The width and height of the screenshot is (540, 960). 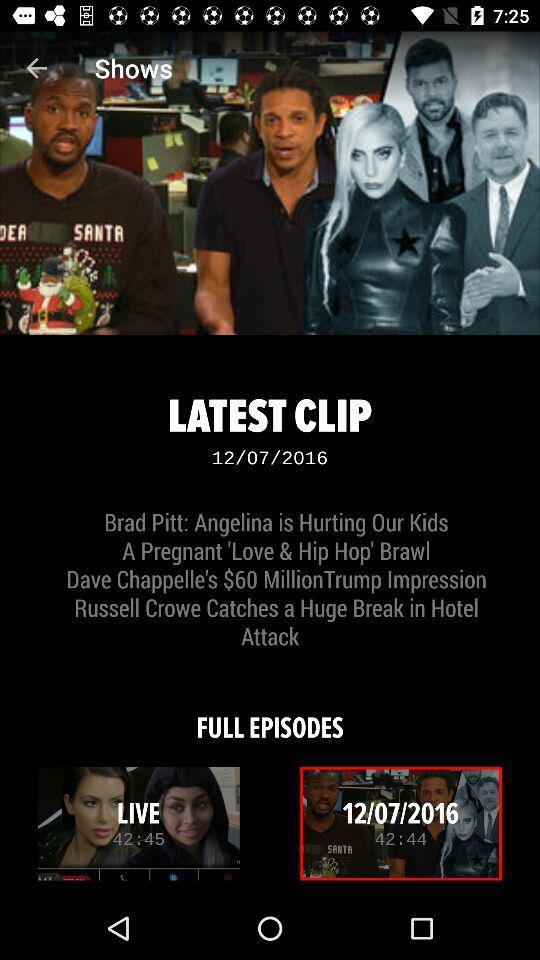 I want to click on the full episodes, so click(x=270, y=714).